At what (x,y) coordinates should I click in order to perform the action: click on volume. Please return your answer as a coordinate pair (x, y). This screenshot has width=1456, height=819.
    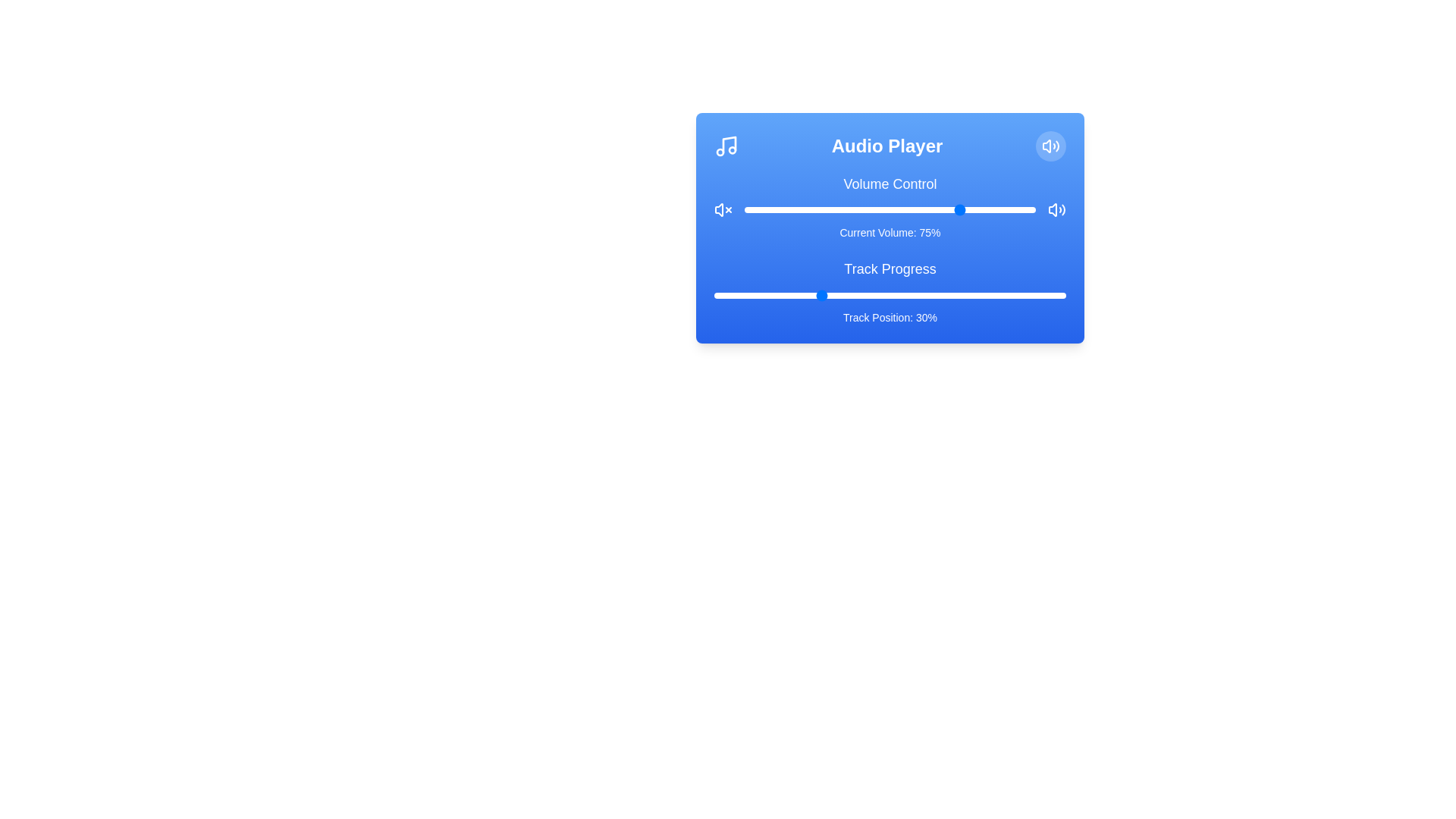
    Looking at the image, I should click on (971, 210).